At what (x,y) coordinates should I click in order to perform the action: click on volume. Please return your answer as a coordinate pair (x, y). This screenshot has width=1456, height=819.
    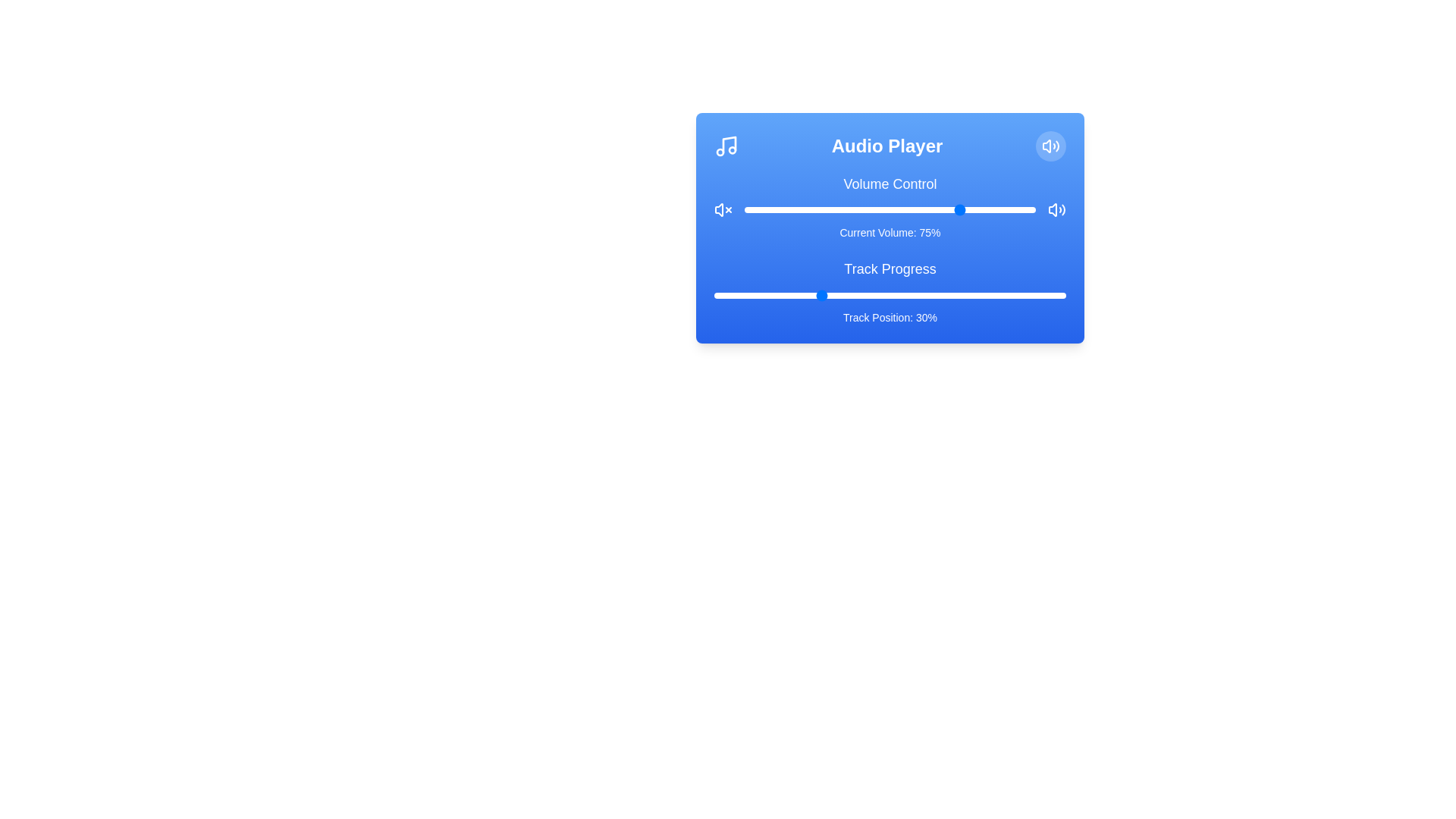
    Looking at the image, I should click on (971, 210).